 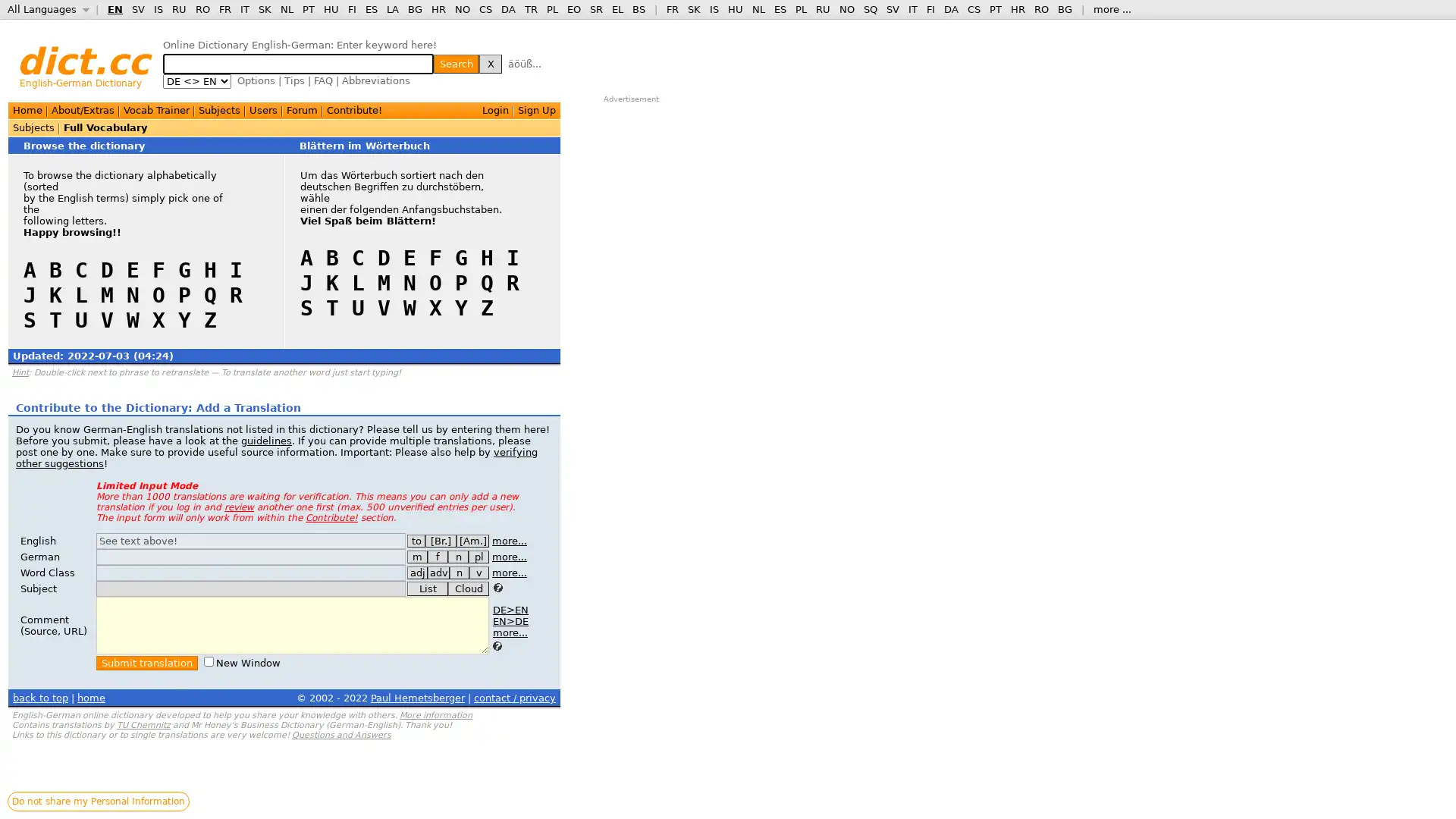 What do you see at coordinates (455, 63) in the screenshot?
I see `Search` at bounding box center [455, 63].